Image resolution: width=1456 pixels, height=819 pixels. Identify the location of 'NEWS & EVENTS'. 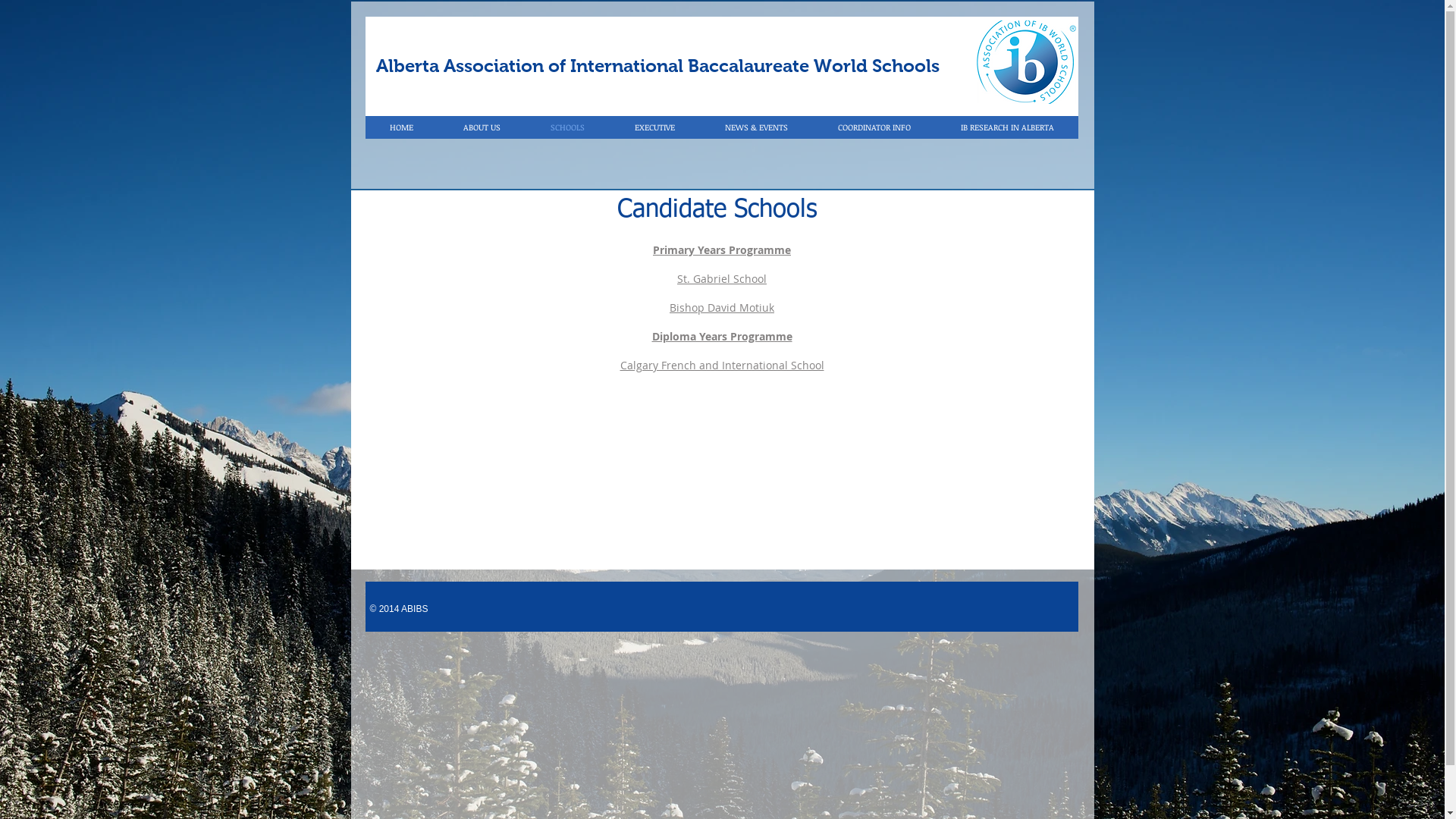
(755, 127).